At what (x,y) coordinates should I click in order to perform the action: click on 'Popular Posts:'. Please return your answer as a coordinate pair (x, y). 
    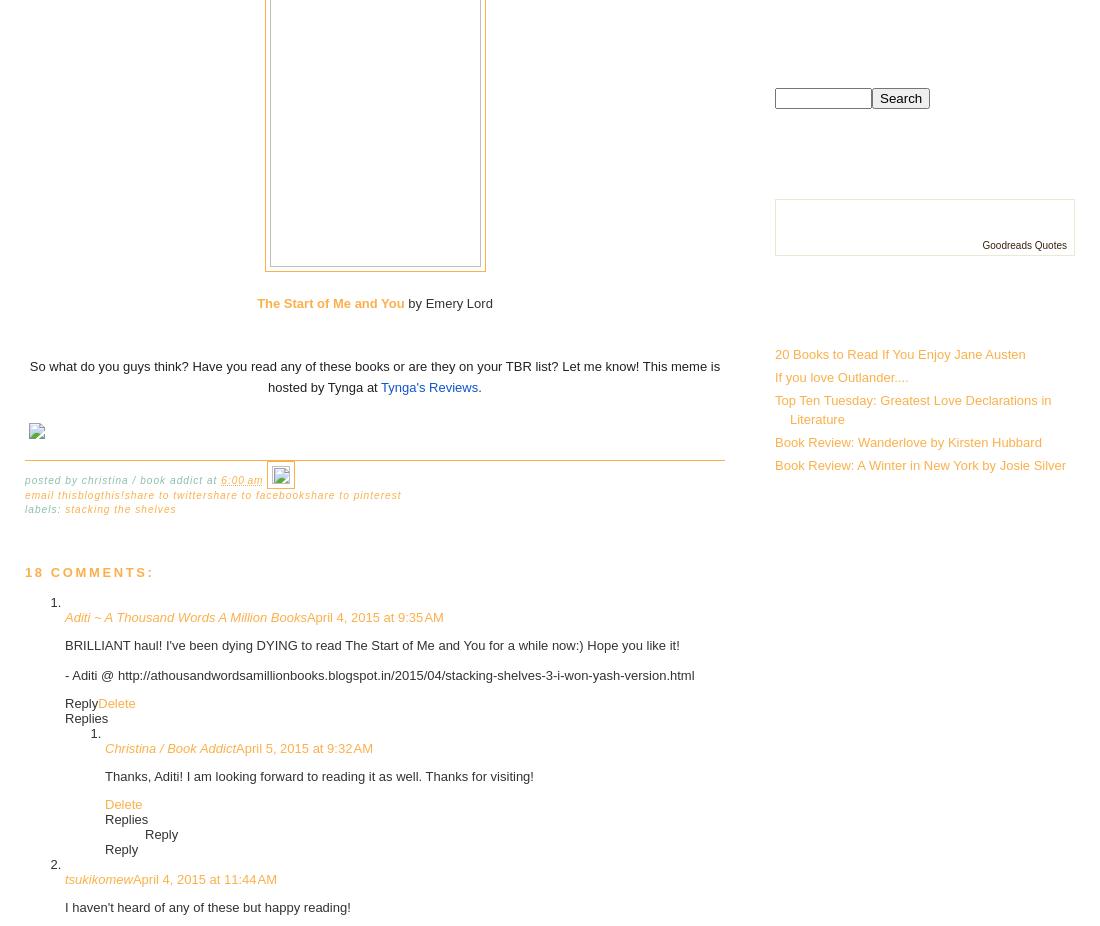
    Looking at the image, I should click on (870, 311).